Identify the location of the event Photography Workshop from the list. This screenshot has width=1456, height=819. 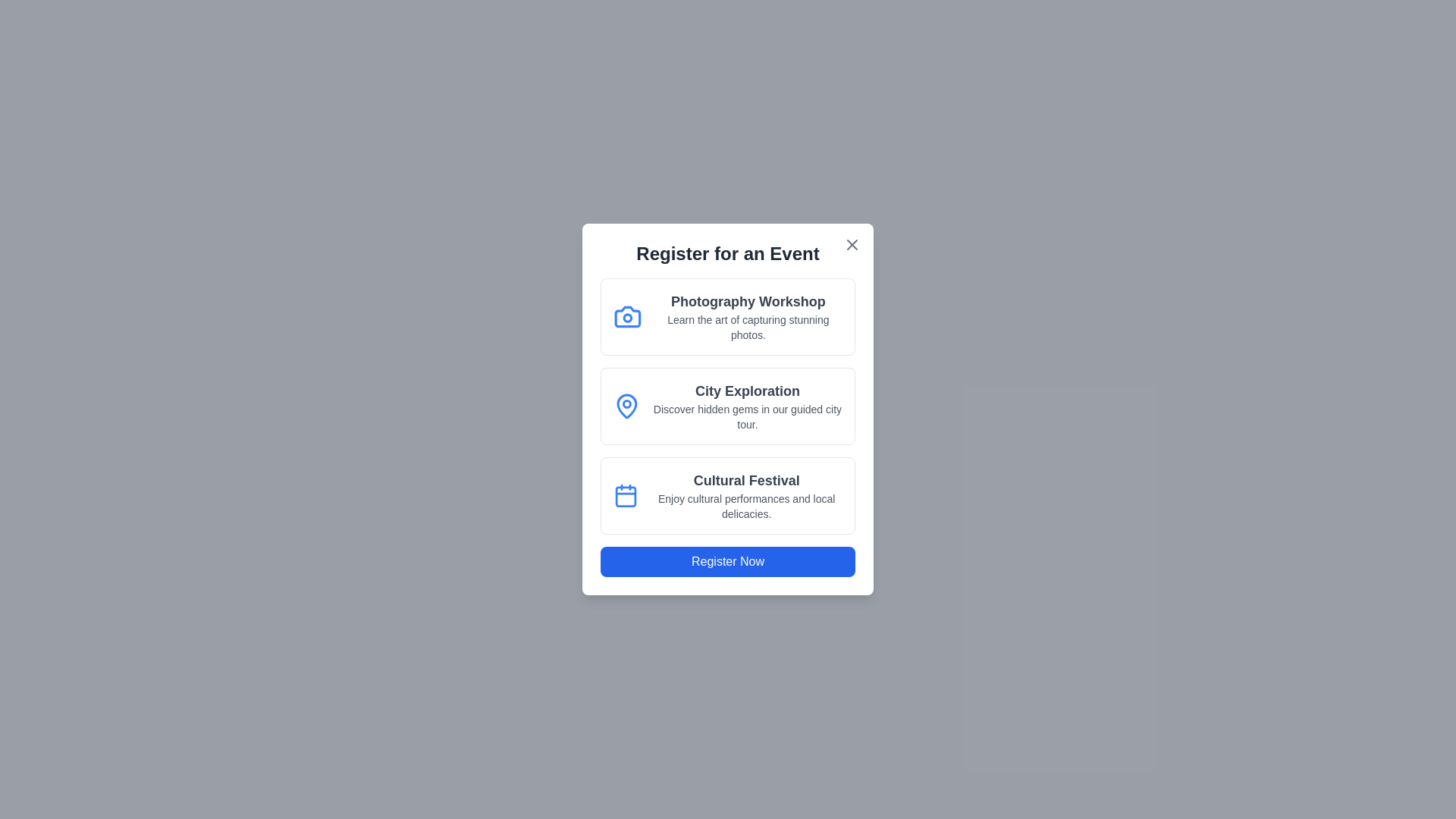
(728, 315).